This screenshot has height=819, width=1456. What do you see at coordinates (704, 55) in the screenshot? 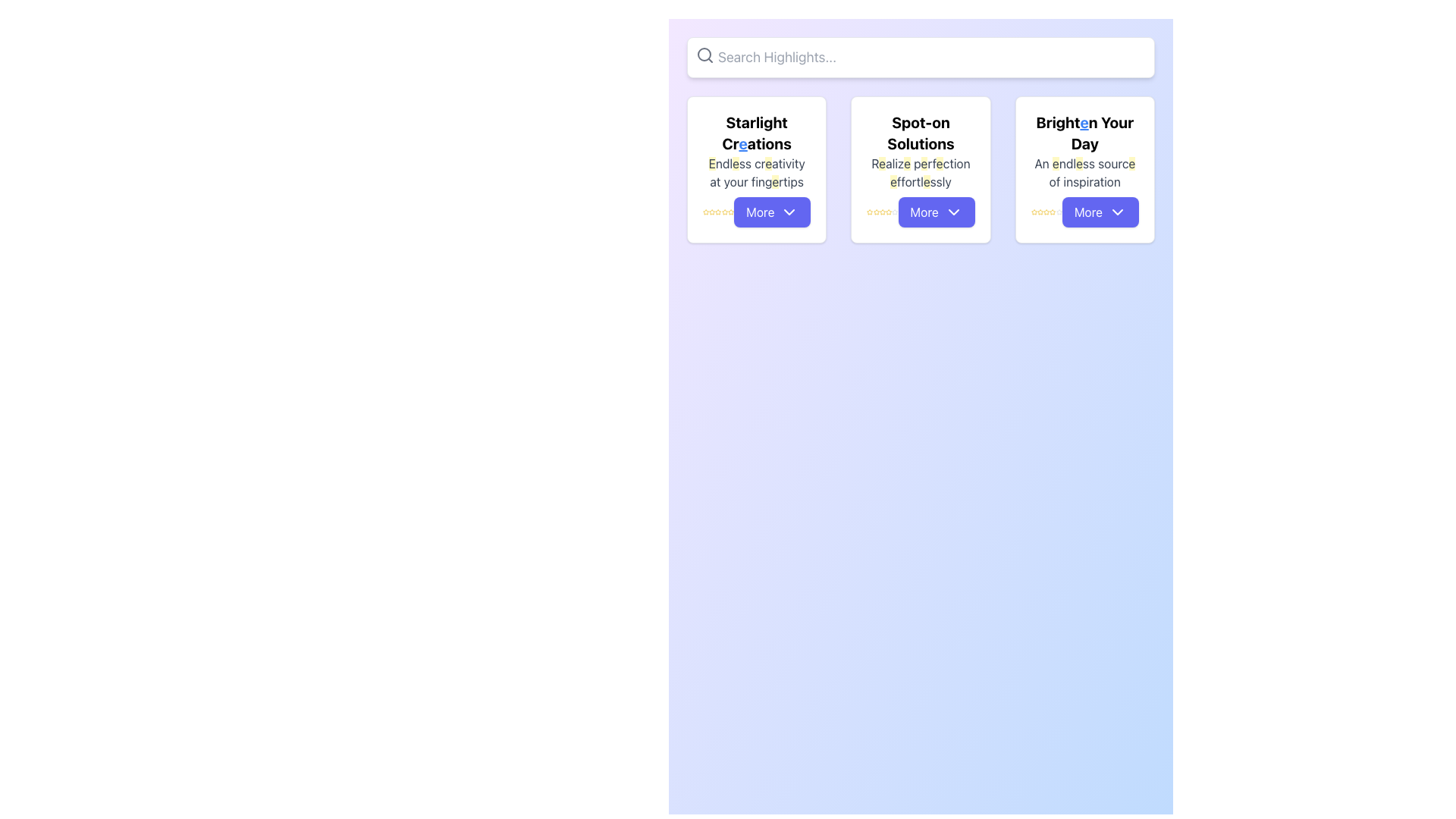
I see `the search icon located on the left side of the input box labeled 'Search Highlights...' to indicate its purpose as a search field` at bounding box center [704, 55].